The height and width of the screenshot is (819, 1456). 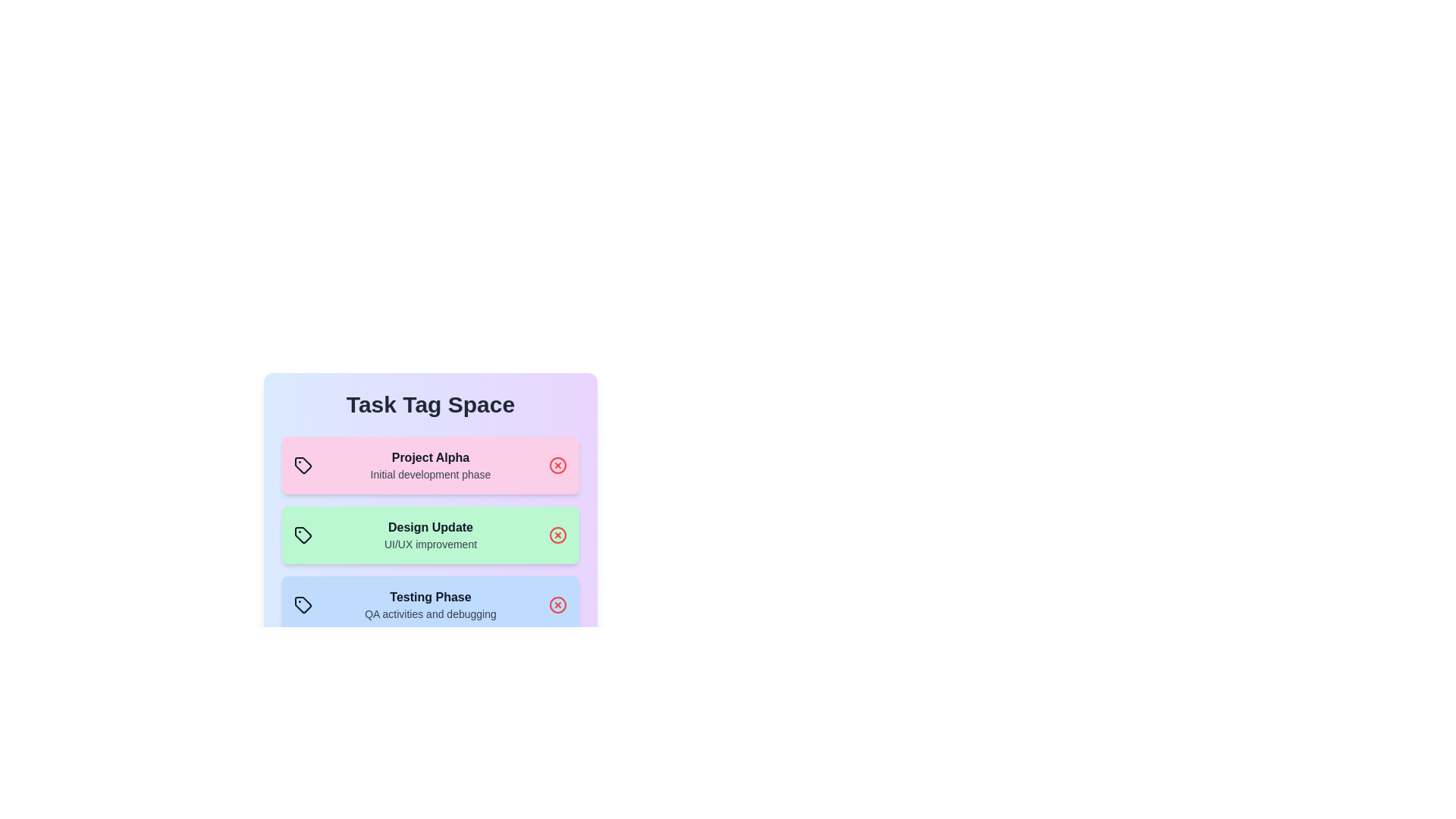 I want to click on the tag icon corresponding to Testing Phase to highlight it, so click(x=303, y=604).